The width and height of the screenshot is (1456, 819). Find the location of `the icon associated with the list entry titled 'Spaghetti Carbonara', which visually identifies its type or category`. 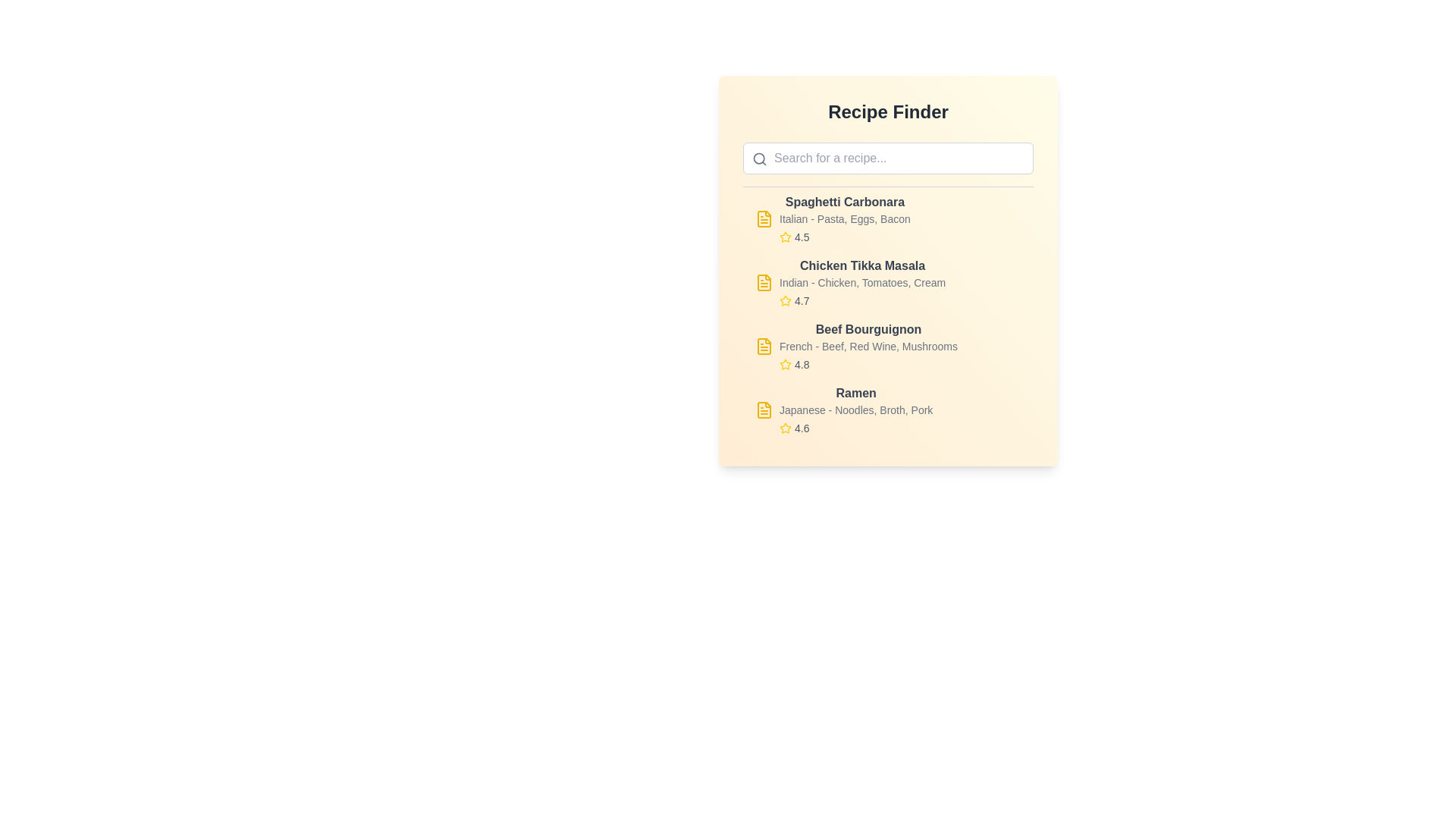

the icon associated with the list entry titled 'Spaghetti Carbonara', which visually identifies its type or category is located at coordinates (764, 219).